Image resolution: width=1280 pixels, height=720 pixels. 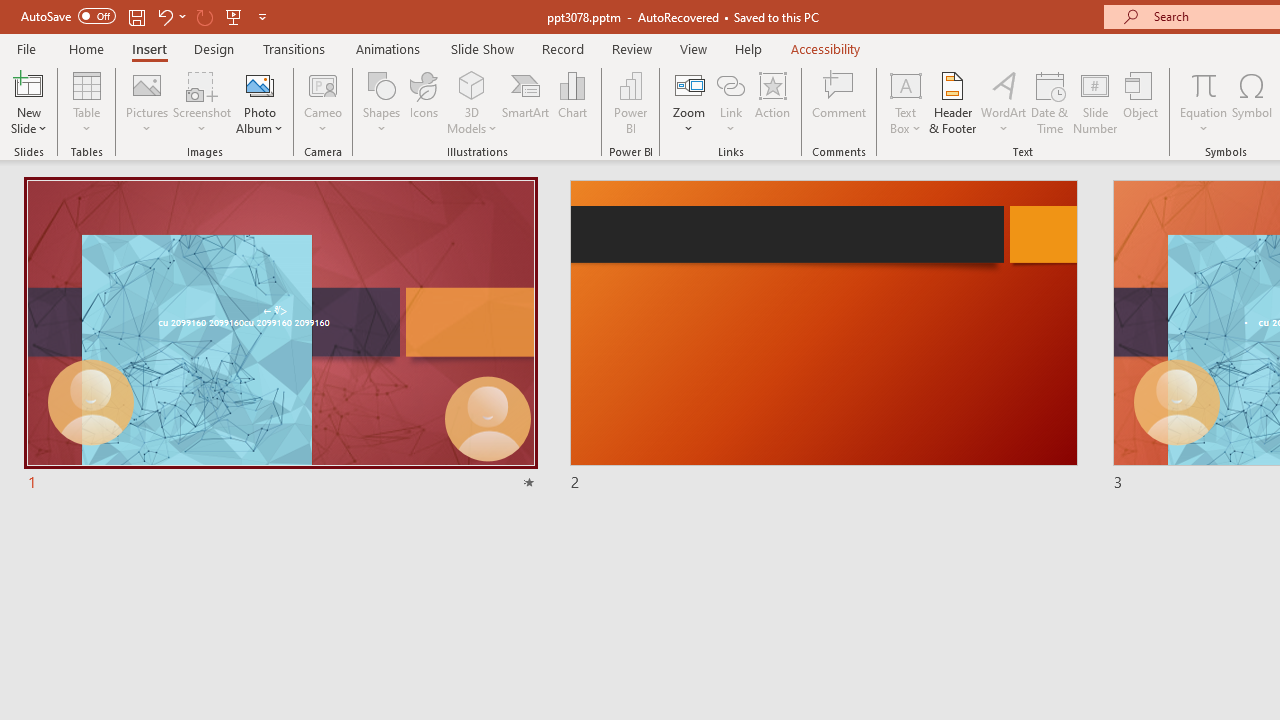 What do you see at coordinates (202, 103) in the screenshot?
I see `'Screenshot'` at bounding box center [202, 103].